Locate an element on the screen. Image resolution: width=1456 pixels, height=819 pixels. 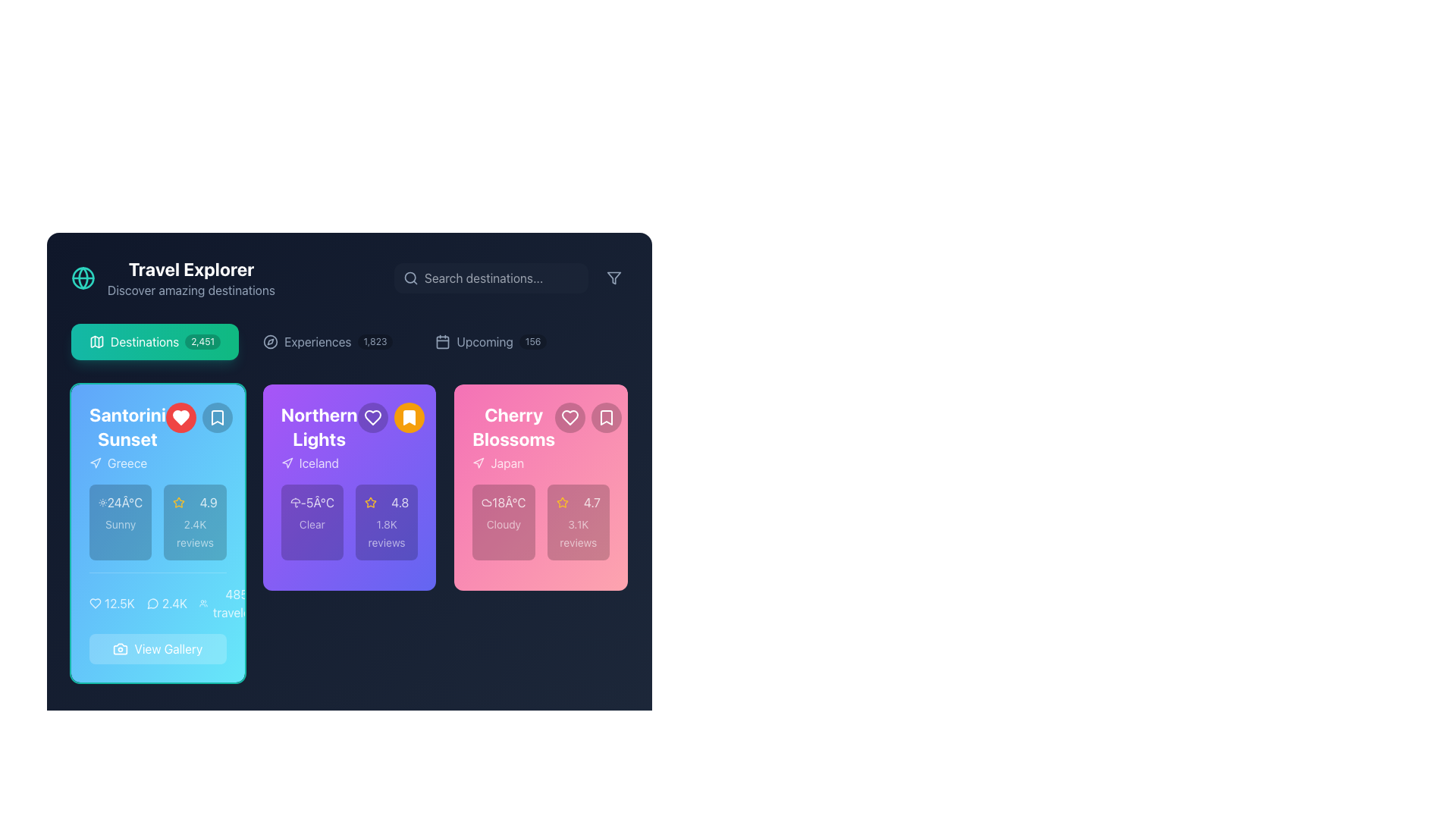
the Text label indicating the country associated with the travel destination in the 'Cherry Blossoms' card, located in the third column from the left, near the bottom of the card under the title is located at coordinates (513, 462).